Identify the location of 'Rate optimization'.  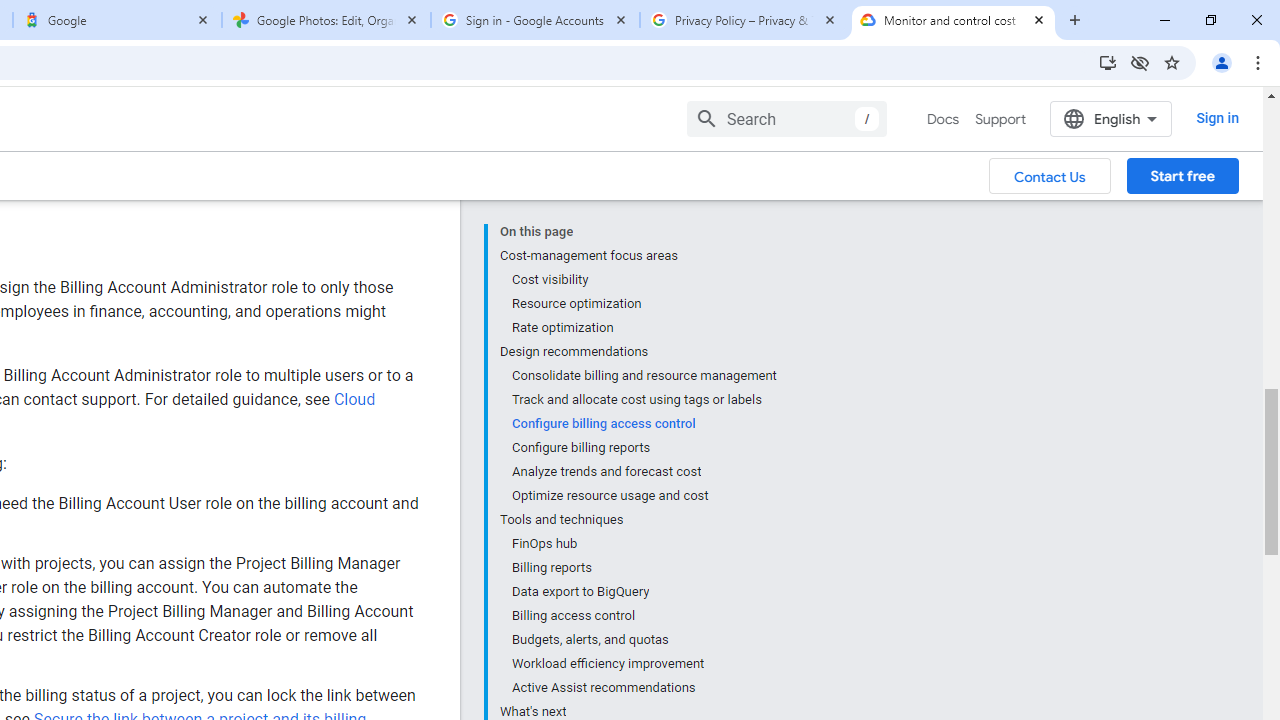
(643, 326).